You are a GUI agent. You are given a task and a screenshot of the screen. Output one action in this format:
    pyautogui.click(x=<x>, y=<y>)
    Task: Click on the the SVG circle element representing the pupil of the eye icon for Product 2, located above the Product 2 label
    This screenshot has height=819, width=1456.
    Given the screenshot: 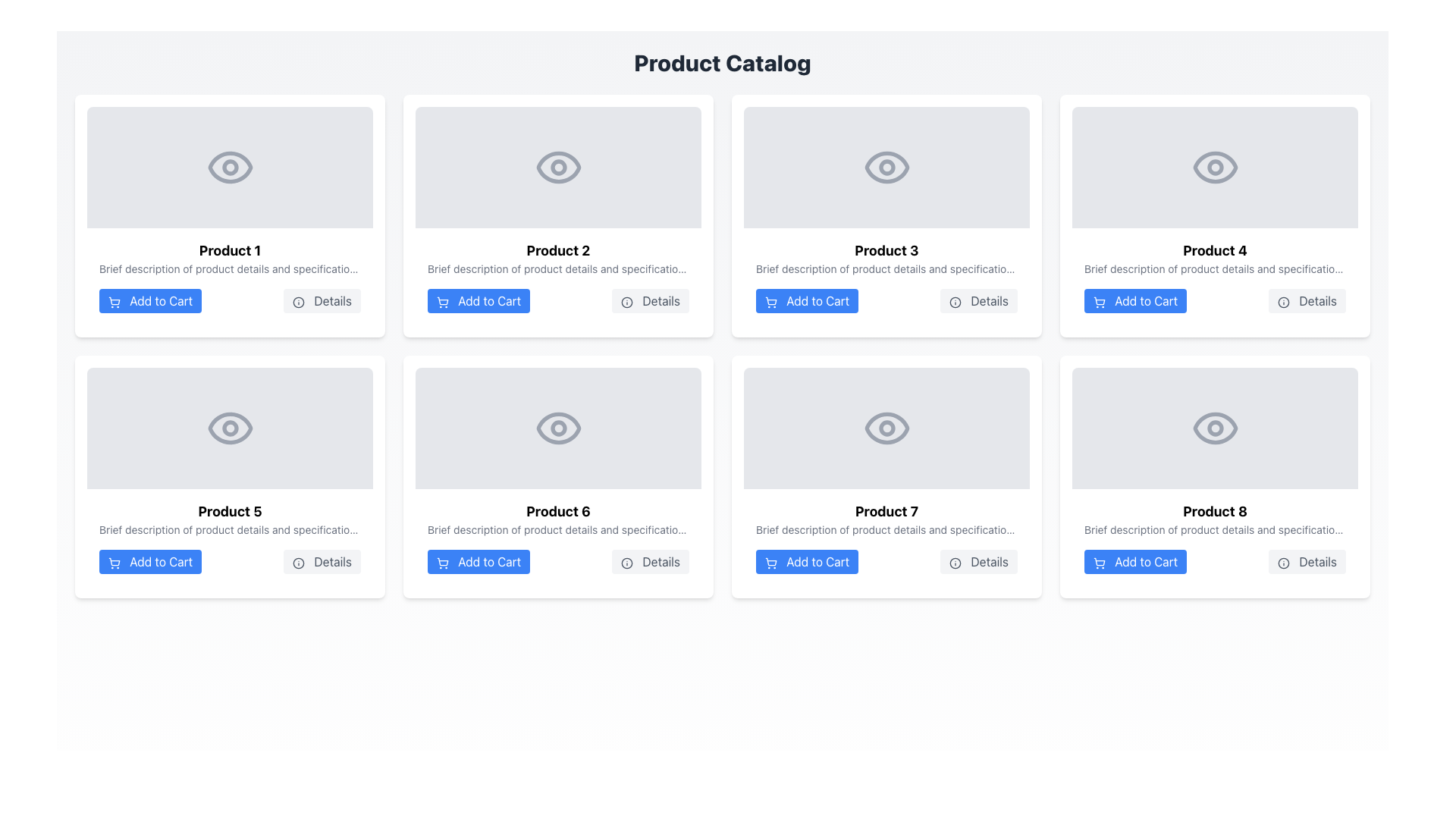 What is the action you would take?
    pyautogui.click(x=557, y=167)
    